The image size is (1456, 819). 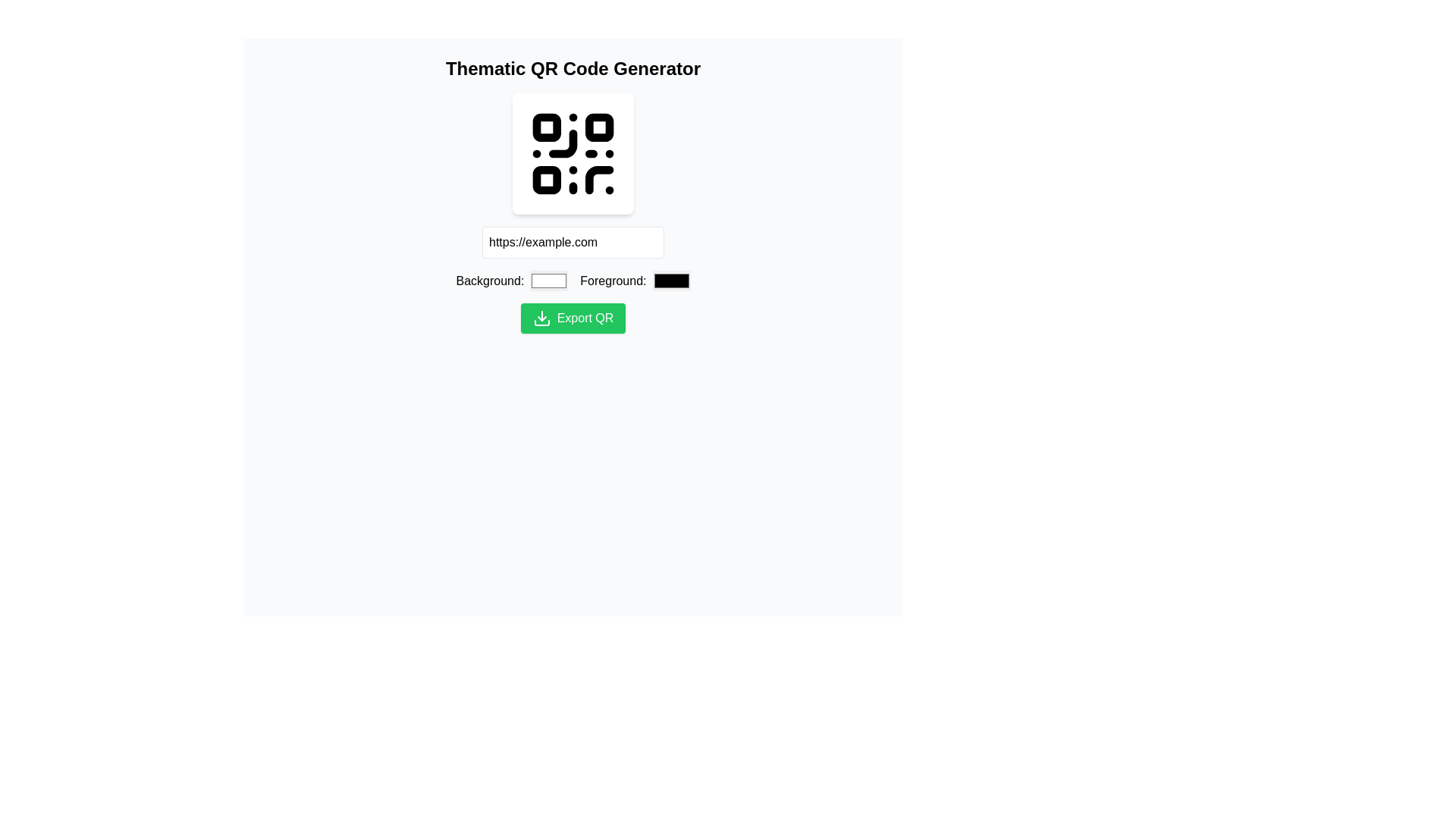 What do you see at coordinates (572, 154) in the screenshot?
I see `the QR code icon, which is a black graphical icon centered within a white card with rounded corners and drop shadows` at bounding box center [572, 154].